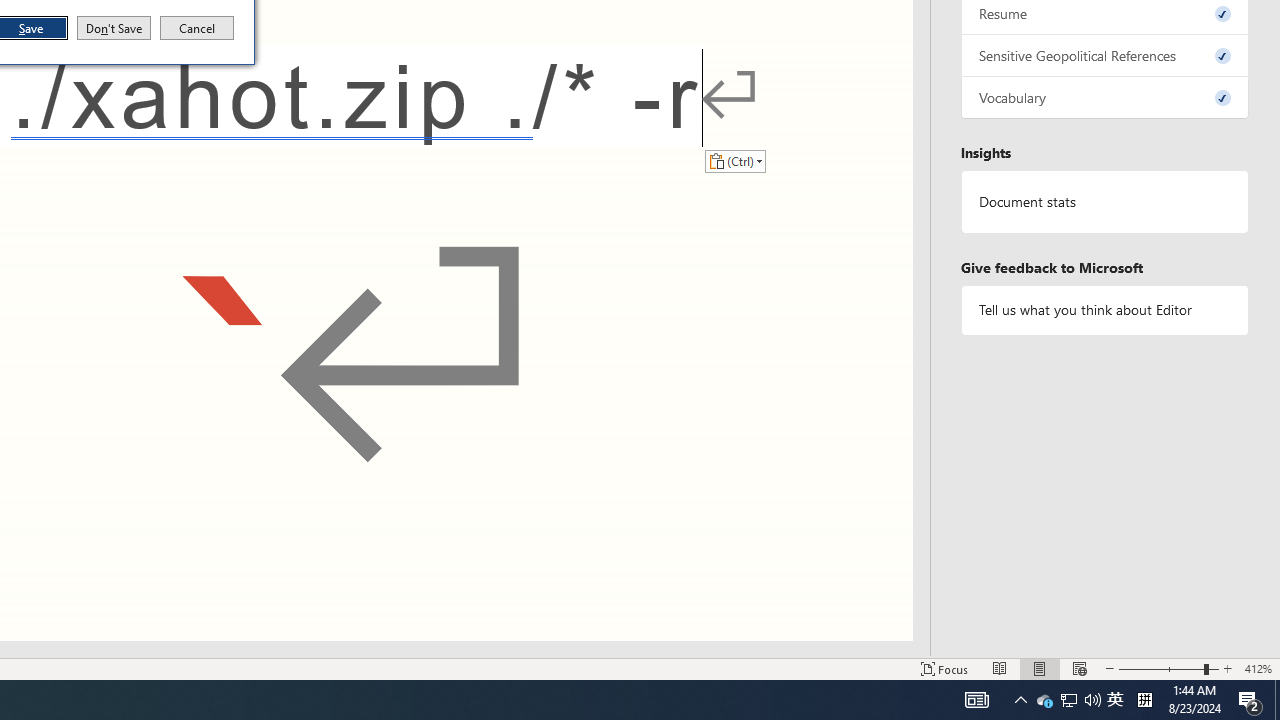 This screenshot has width=1280, height=720. I want to click on 'Tray Input Indicator - Chinese (Simplified, China)', so click(1144, 698).